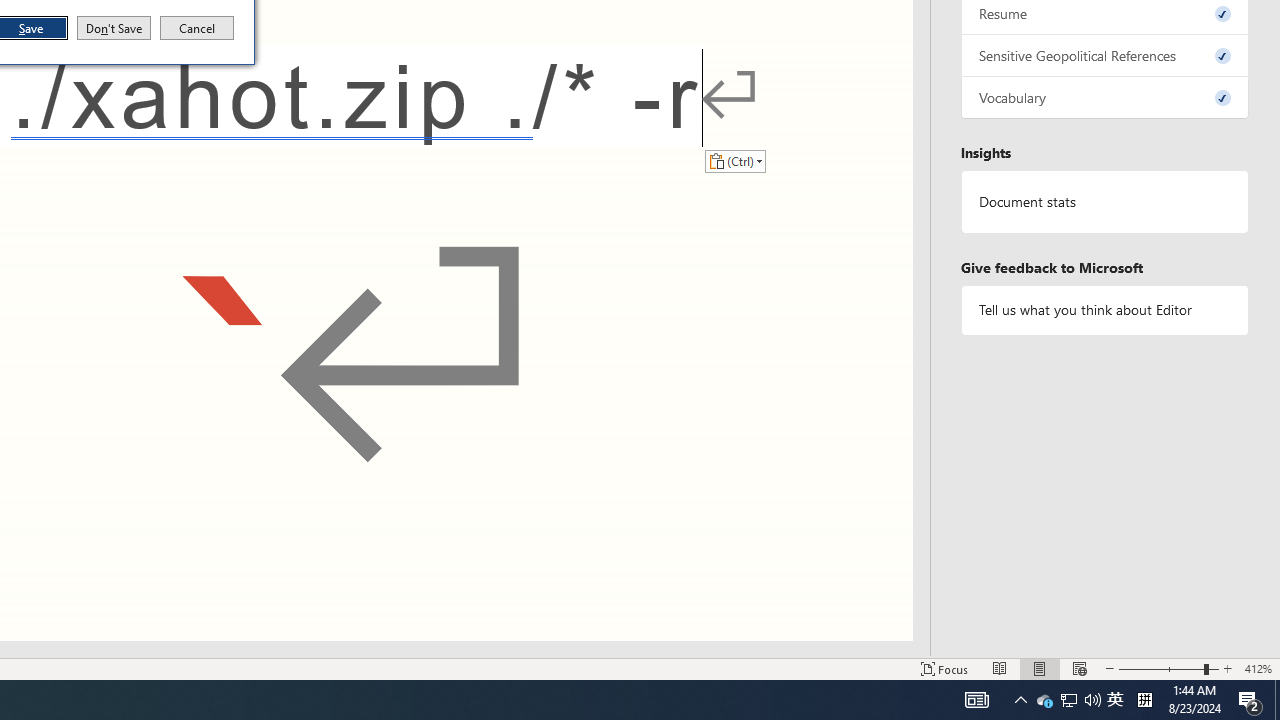 This screenshot has width=1280, height=720. I want to click on 'Tray Input Indicator - Chinese (Simplified, China)', so click(1144, 698).